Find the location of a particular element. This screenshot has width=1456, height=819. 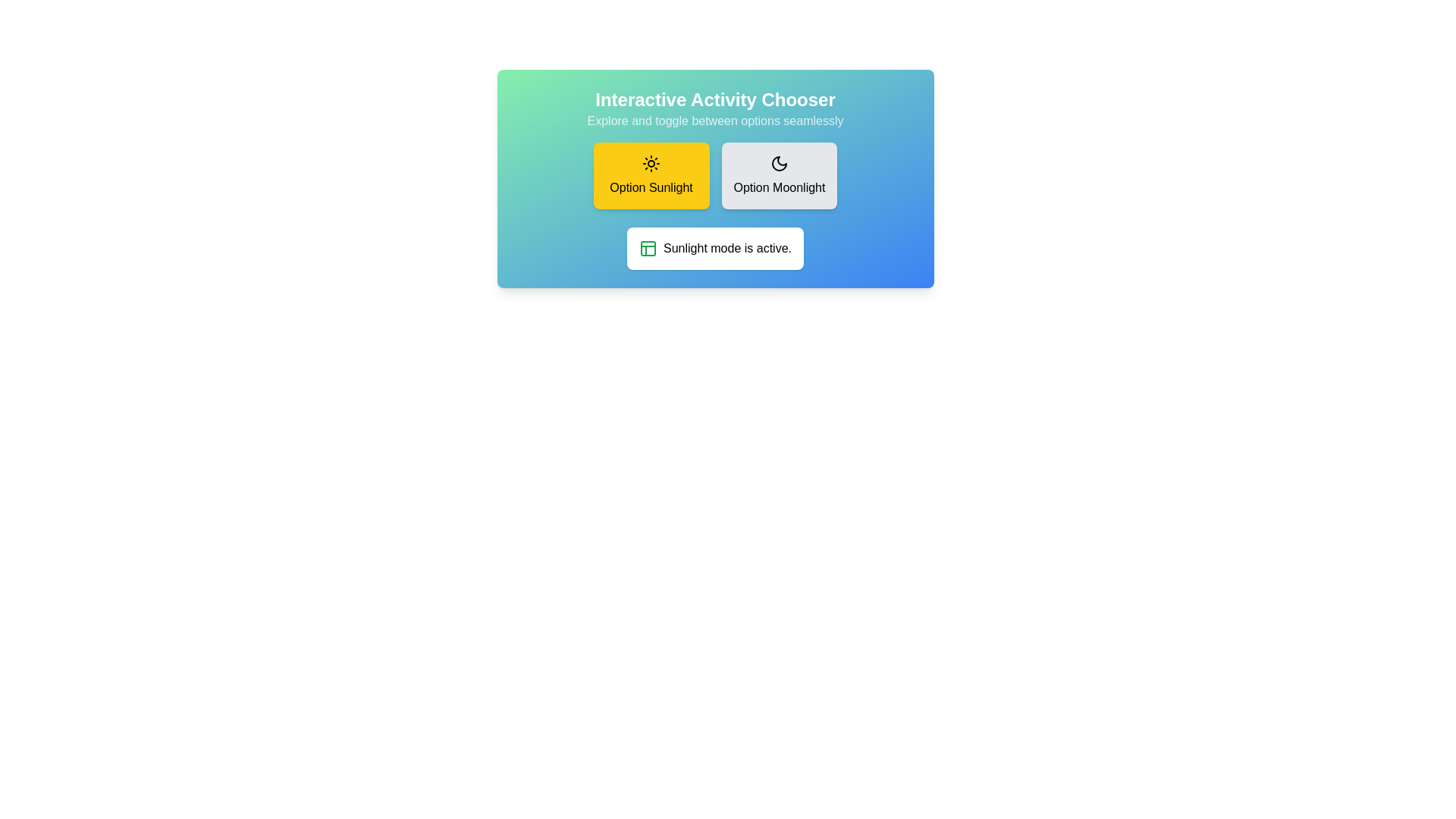

the 'Option Moonlight' button that contains the moon-shaped icon located at the top center of the button is located at coordinates (779, 164).